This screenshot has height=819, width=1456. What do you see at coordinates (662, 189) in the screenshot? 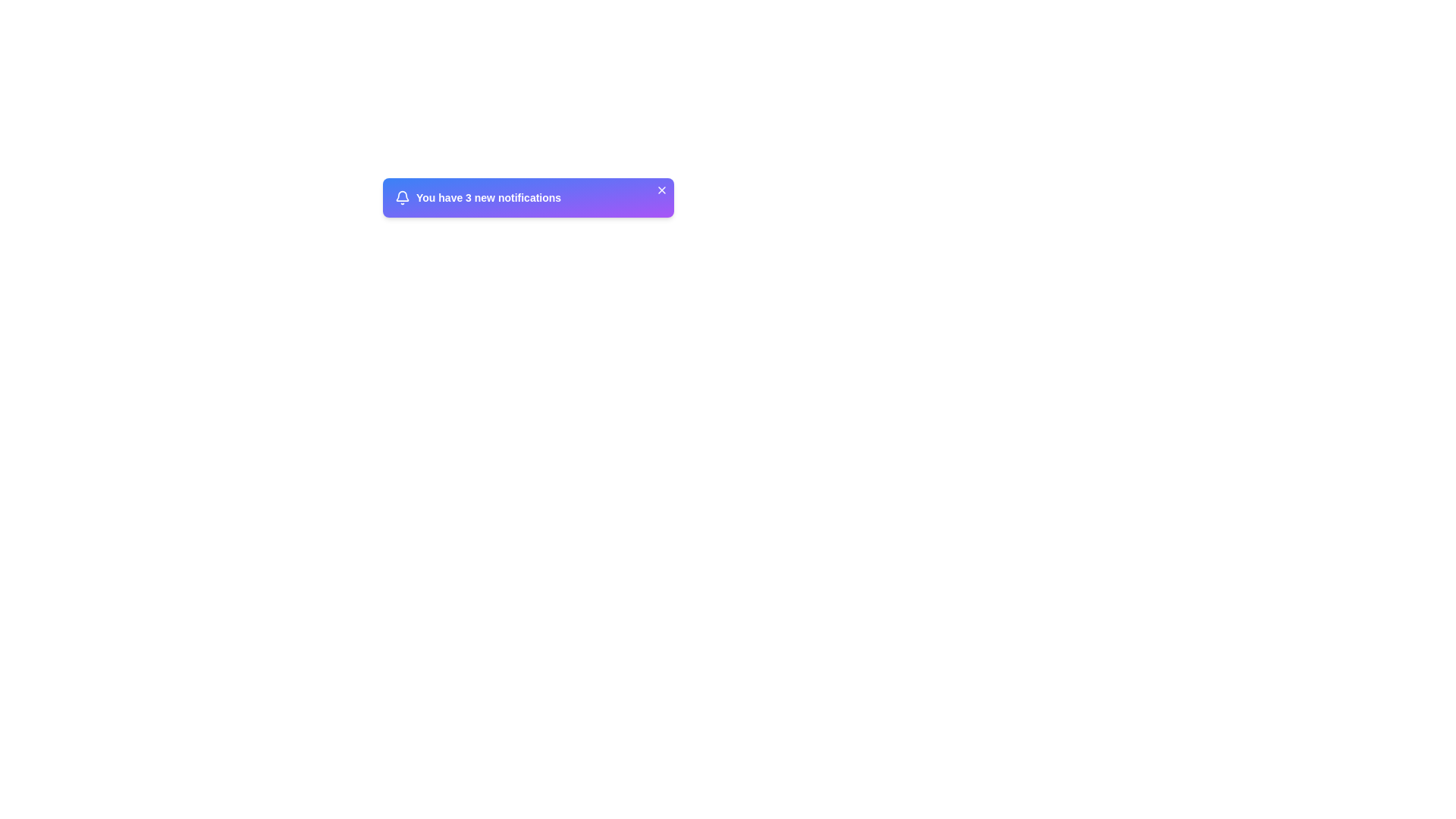
I see `the close button in the top-right corner of the notification panel` at bounding box center [662, 189].